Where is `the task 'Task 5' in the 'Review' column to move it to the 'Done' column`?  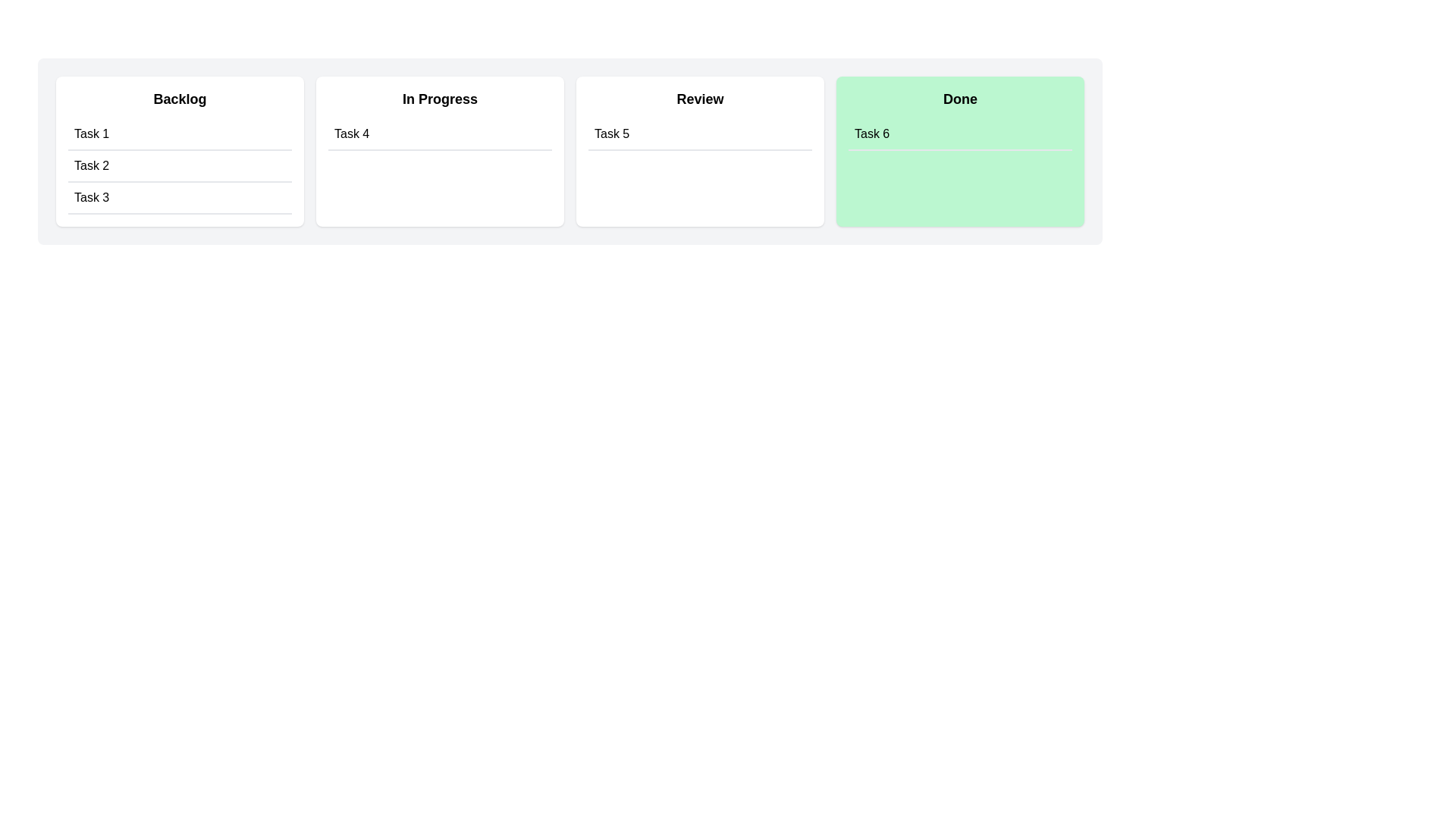 the task 'Task 5' in the 'Review' column to move it to the 'Done' column is located at coordinates (699, 133).